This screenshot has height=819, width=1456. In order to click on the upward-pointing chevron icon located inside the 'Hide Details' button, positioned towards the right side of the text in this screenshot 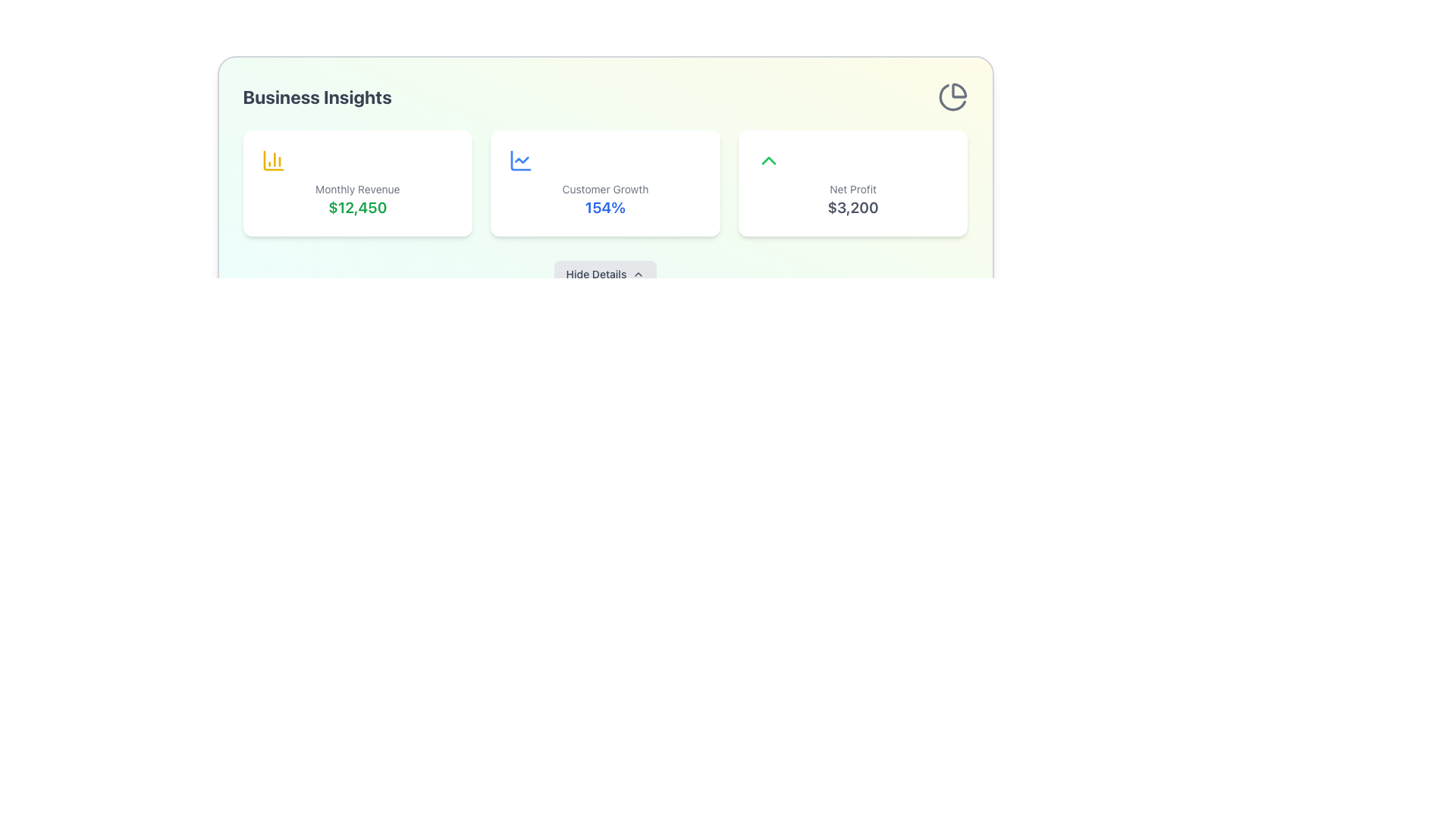, I will do `click(639, 275)`.